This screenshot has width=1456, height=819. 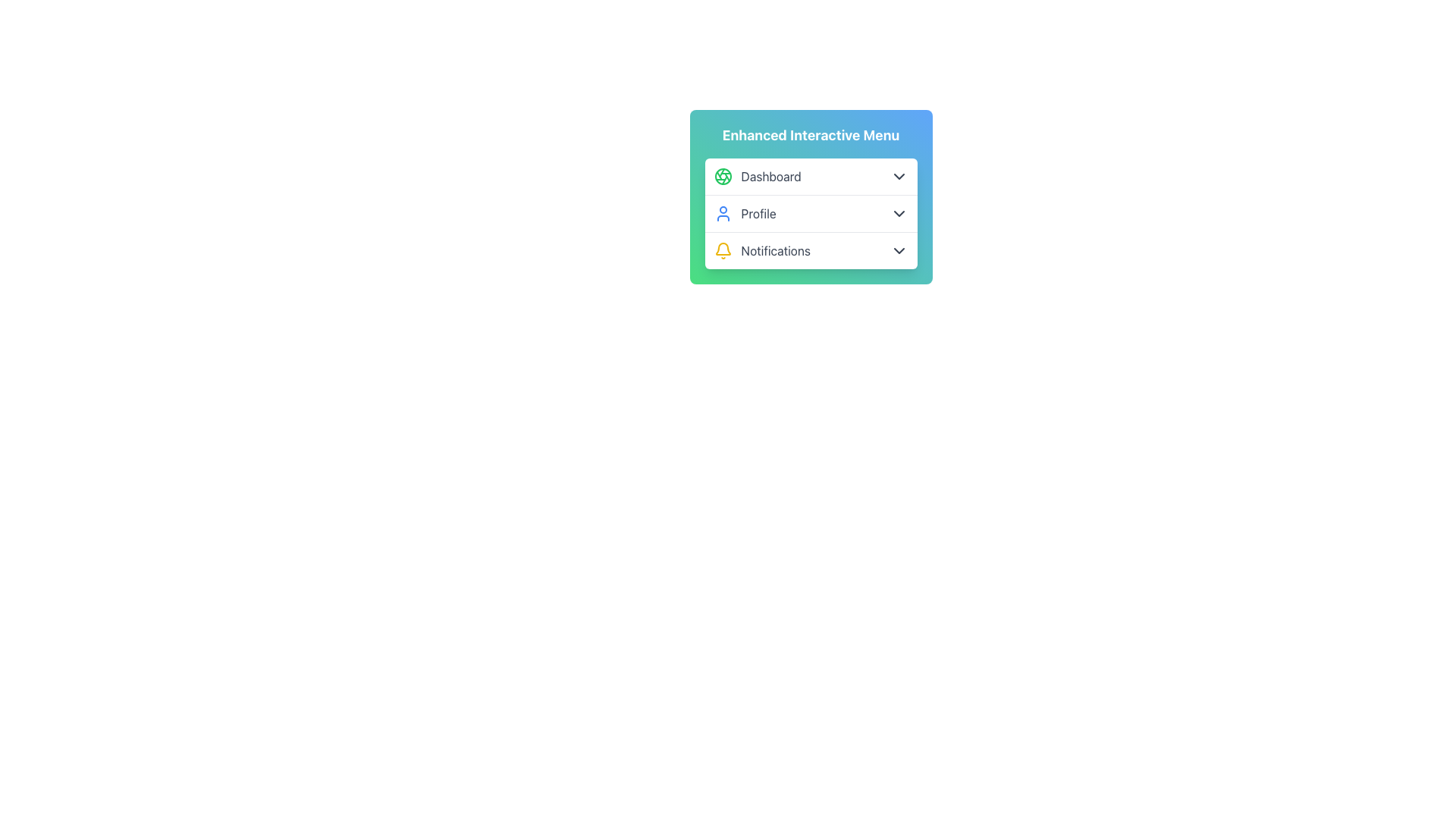 I want to click on the notification bell icon, which is a yellow hollow design located at the top-right of the menu, above the 'Notifications' list item, so click(x=722, y=248).